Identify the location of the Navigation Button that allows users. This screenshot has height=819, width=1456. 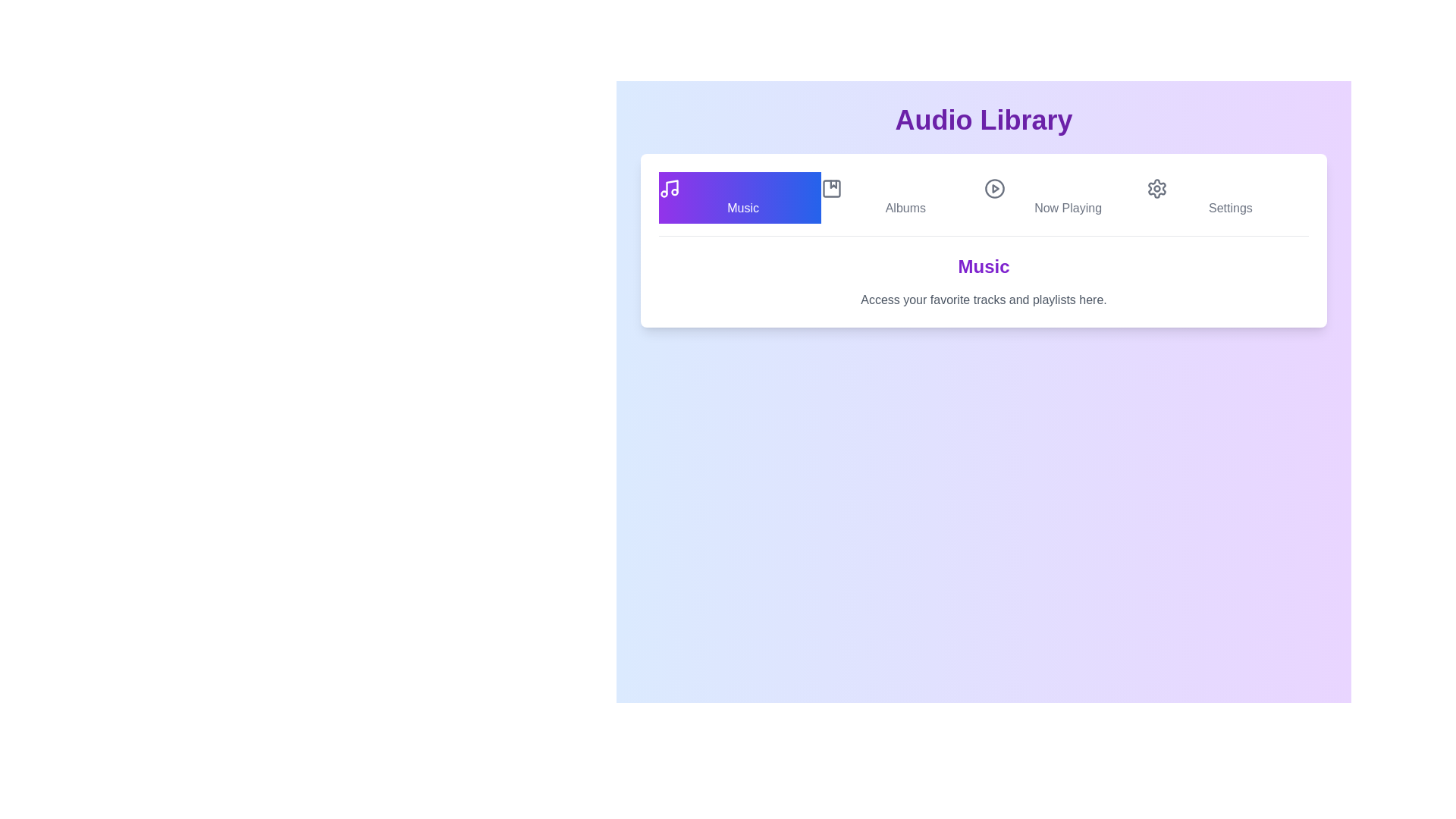
(740, 197).